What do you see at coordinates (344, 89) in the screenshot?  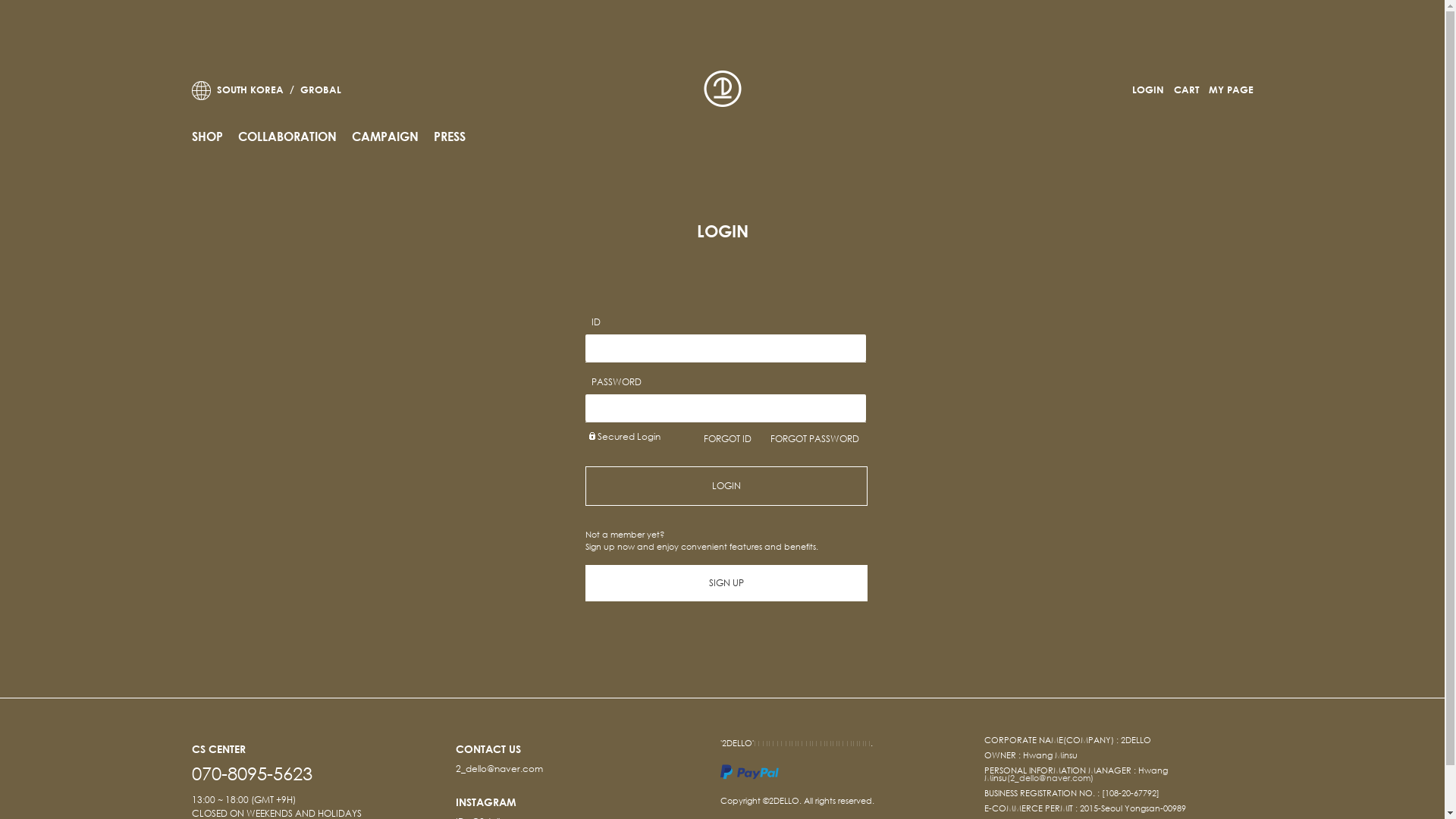 I see `'  GROBAL'` at bounding box center [344, 89].